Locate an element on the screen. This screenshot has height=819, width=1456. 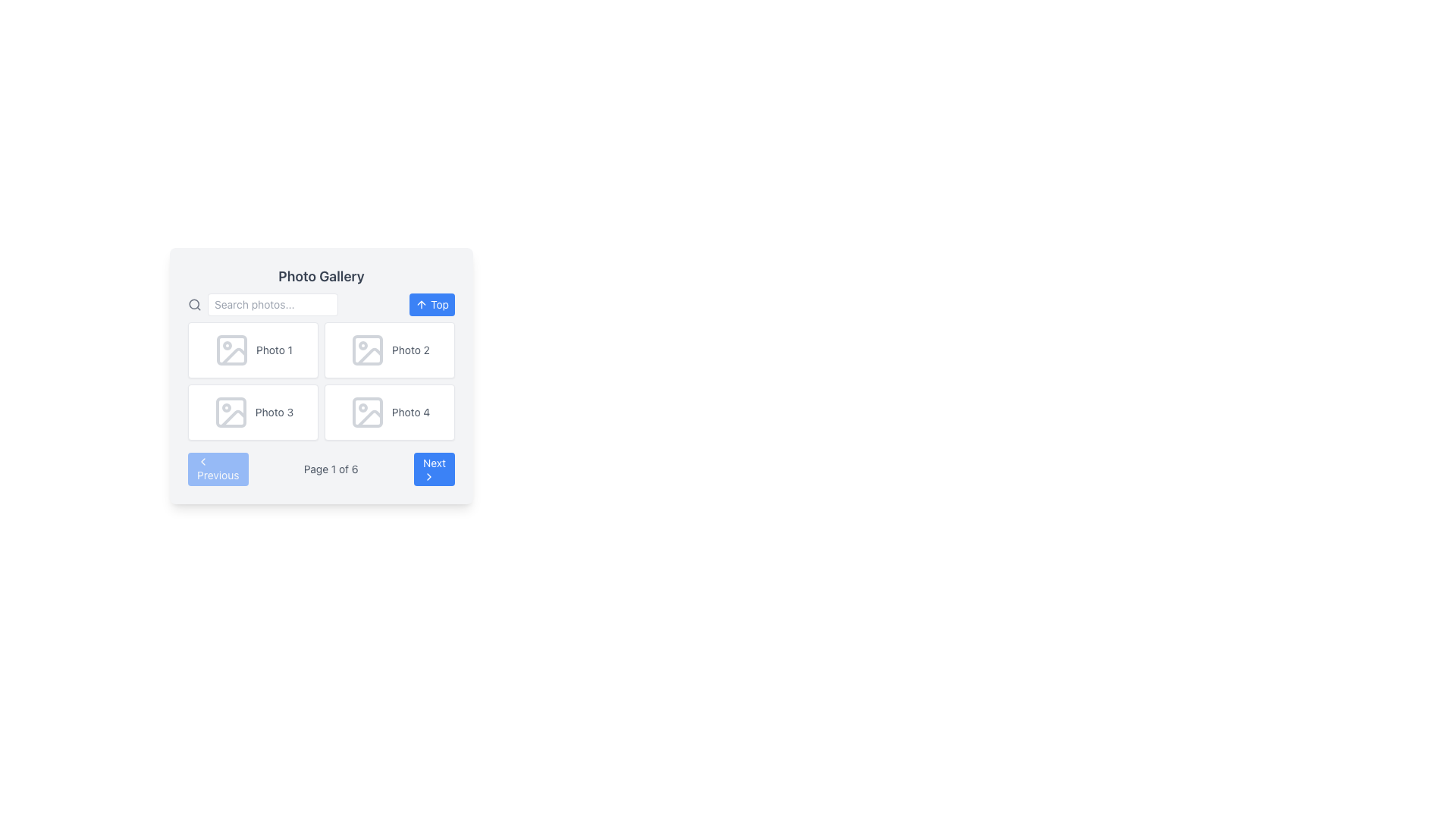
text content of the static label displaying 'Photo 1', which is located to the right of the image icon in the photo gallery panel is located at coordinates (274, 350).